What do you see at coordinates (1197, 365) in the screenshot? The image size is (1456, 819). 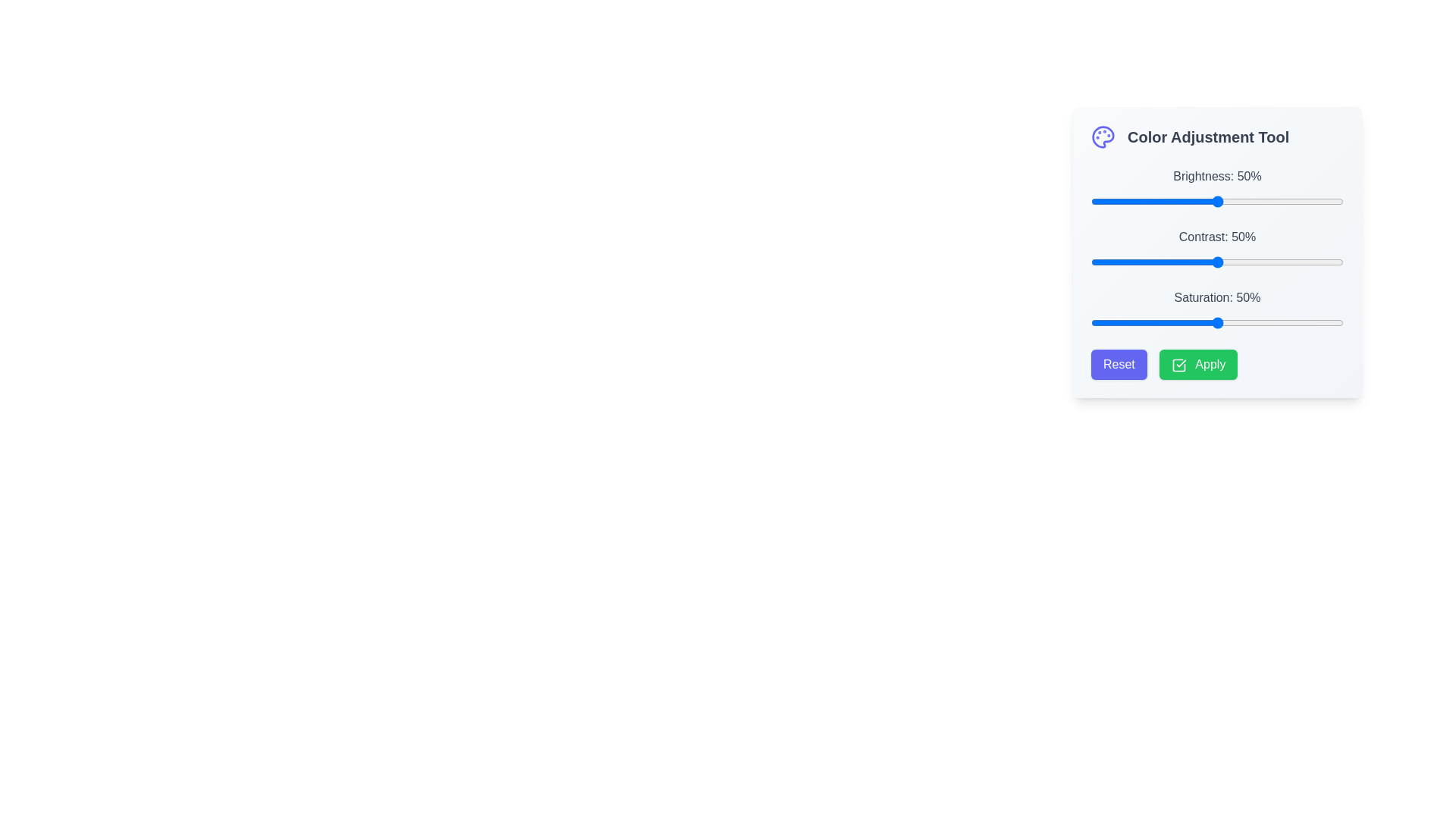 I see `the 'Apply' button, which is the second button in the Color Adjustment Tool interface, positioned to the right of the 'Reset' button, to confirm and apply the adjustments made by the user` at bounding box center [1197, 365].